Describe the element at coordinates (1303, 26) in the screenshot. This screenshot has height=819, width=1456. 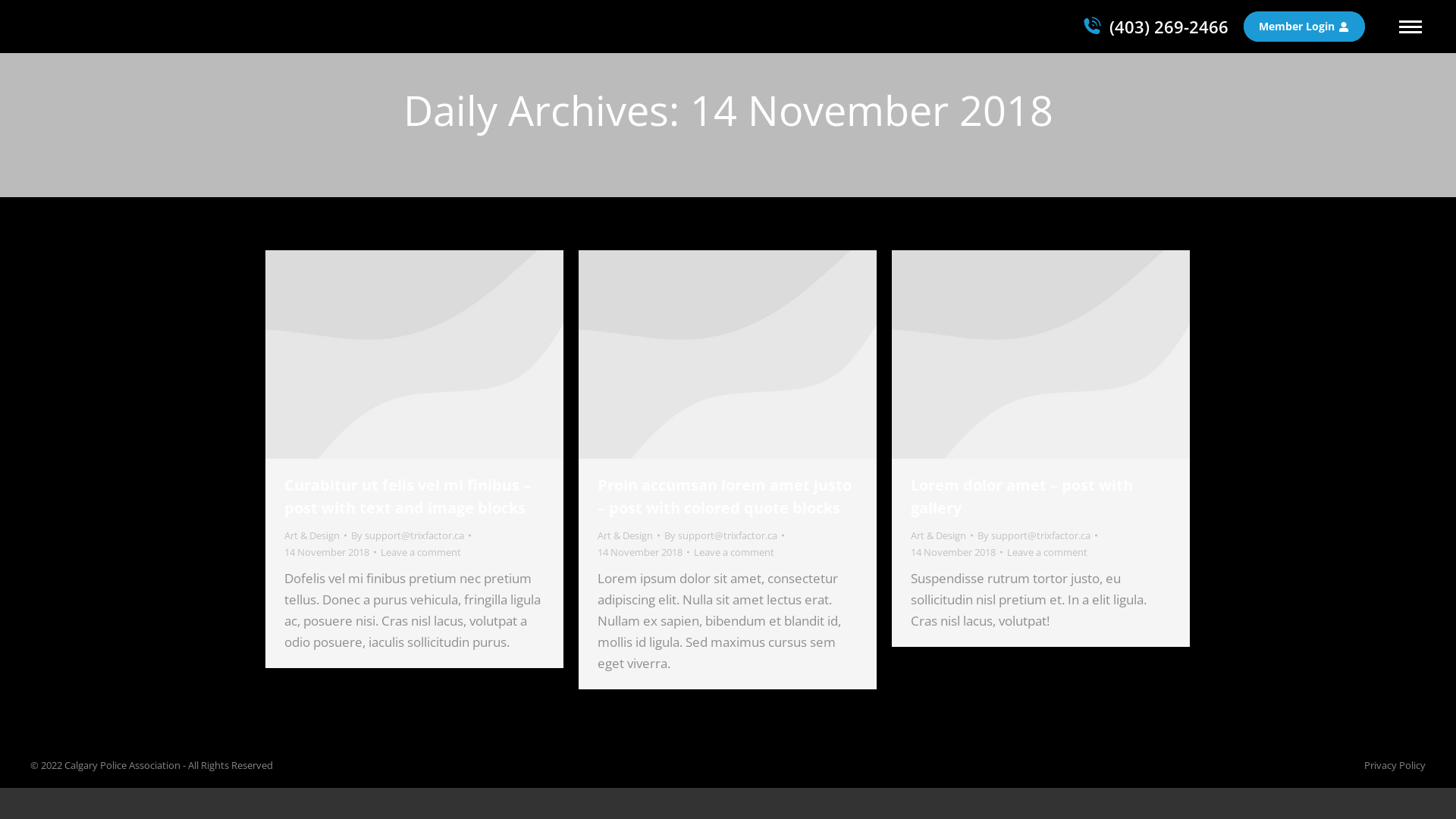
I see `'Member Login'` at that location.